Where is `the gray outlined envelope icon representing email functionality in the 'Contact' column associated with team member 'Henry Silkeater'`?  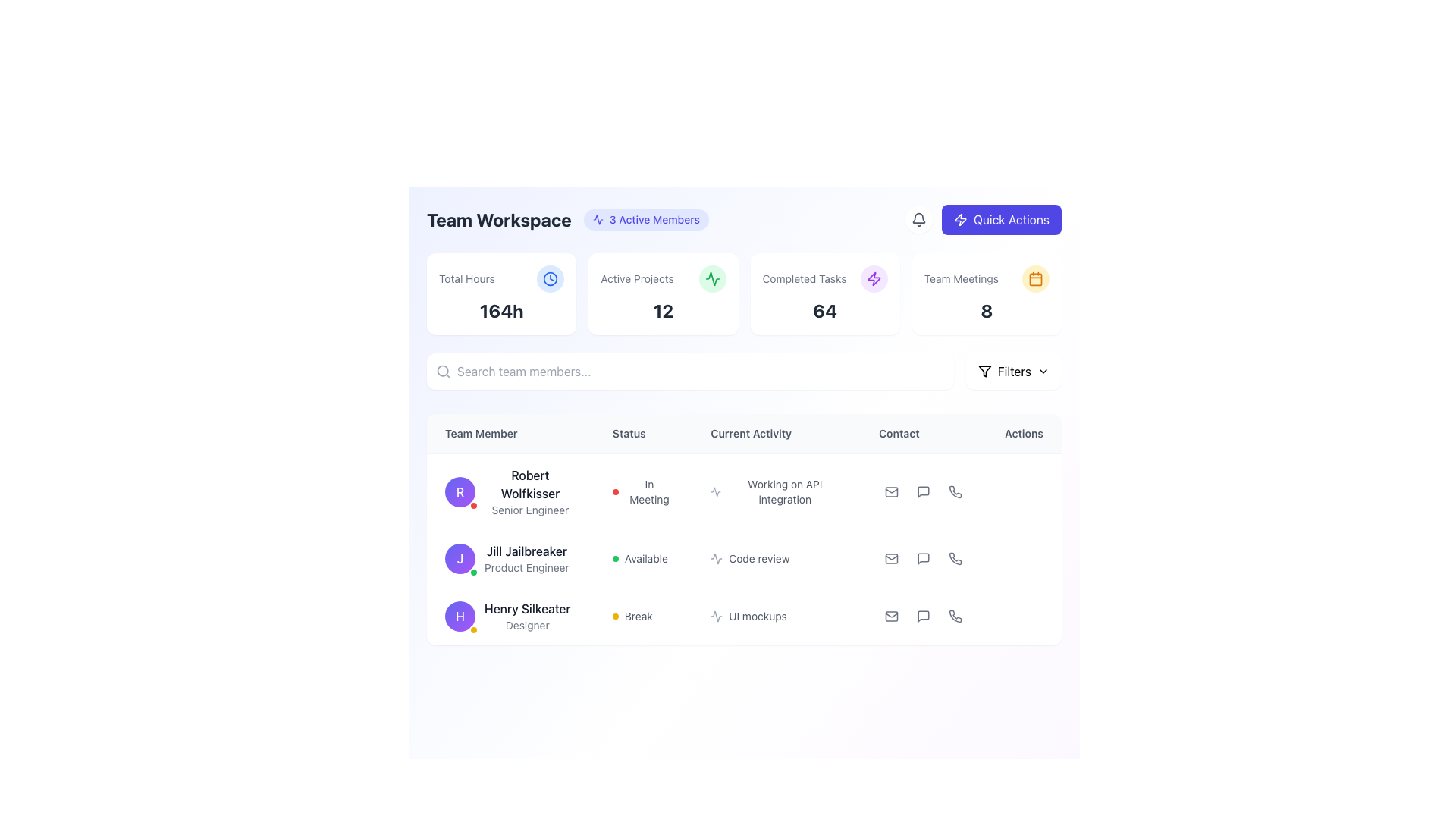 the gray outlined envelope icon representing email functionality in the 'Contact' column associated with team member 'Henry Silkeater' is located at coordinates (892, 617).